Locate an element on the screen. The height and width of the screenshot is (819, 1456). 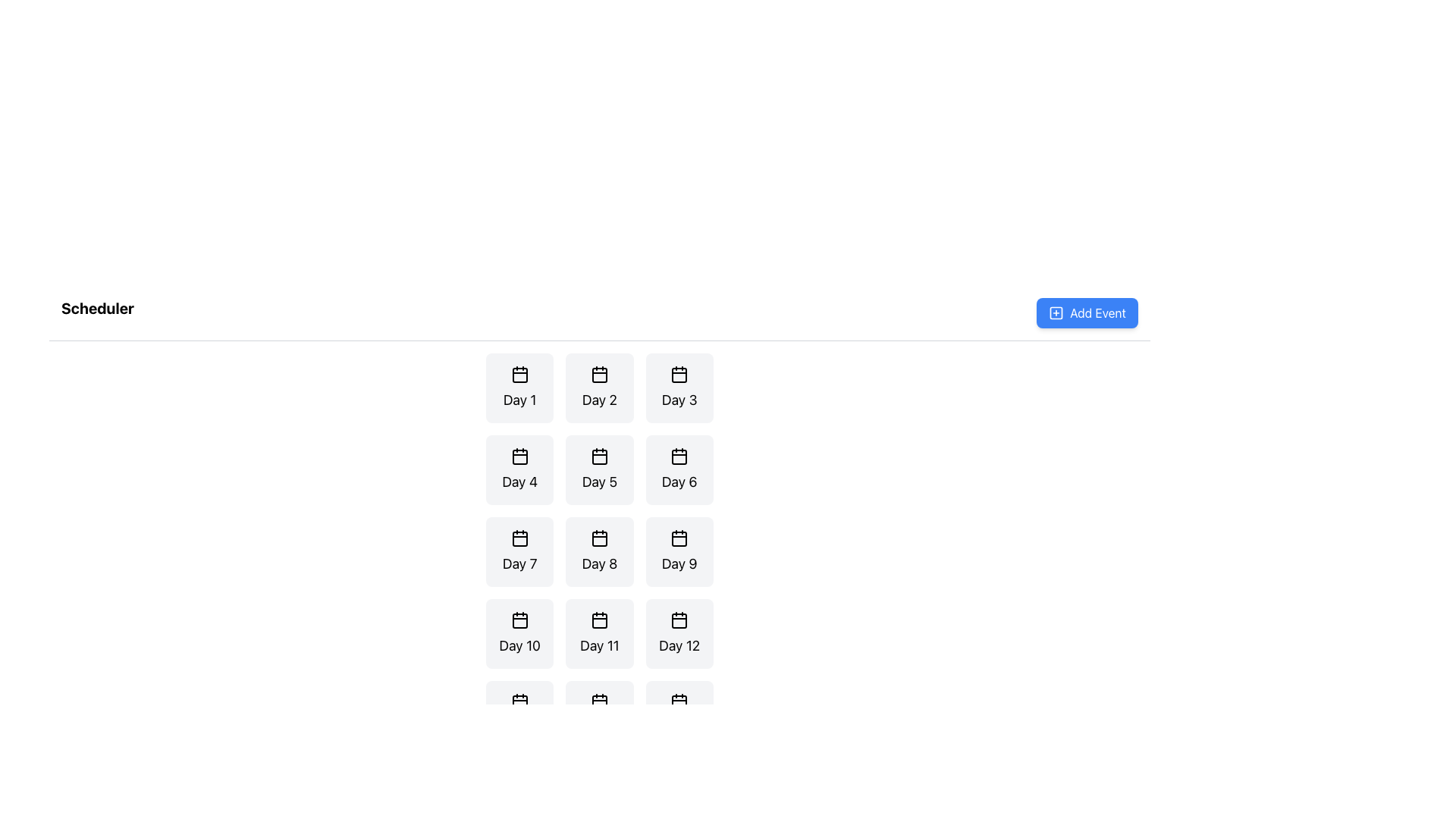
the decorative graphical element of the calendar icon indicating a special state for 'Day 3' in the scheduler is located at coordinates (679, 375).